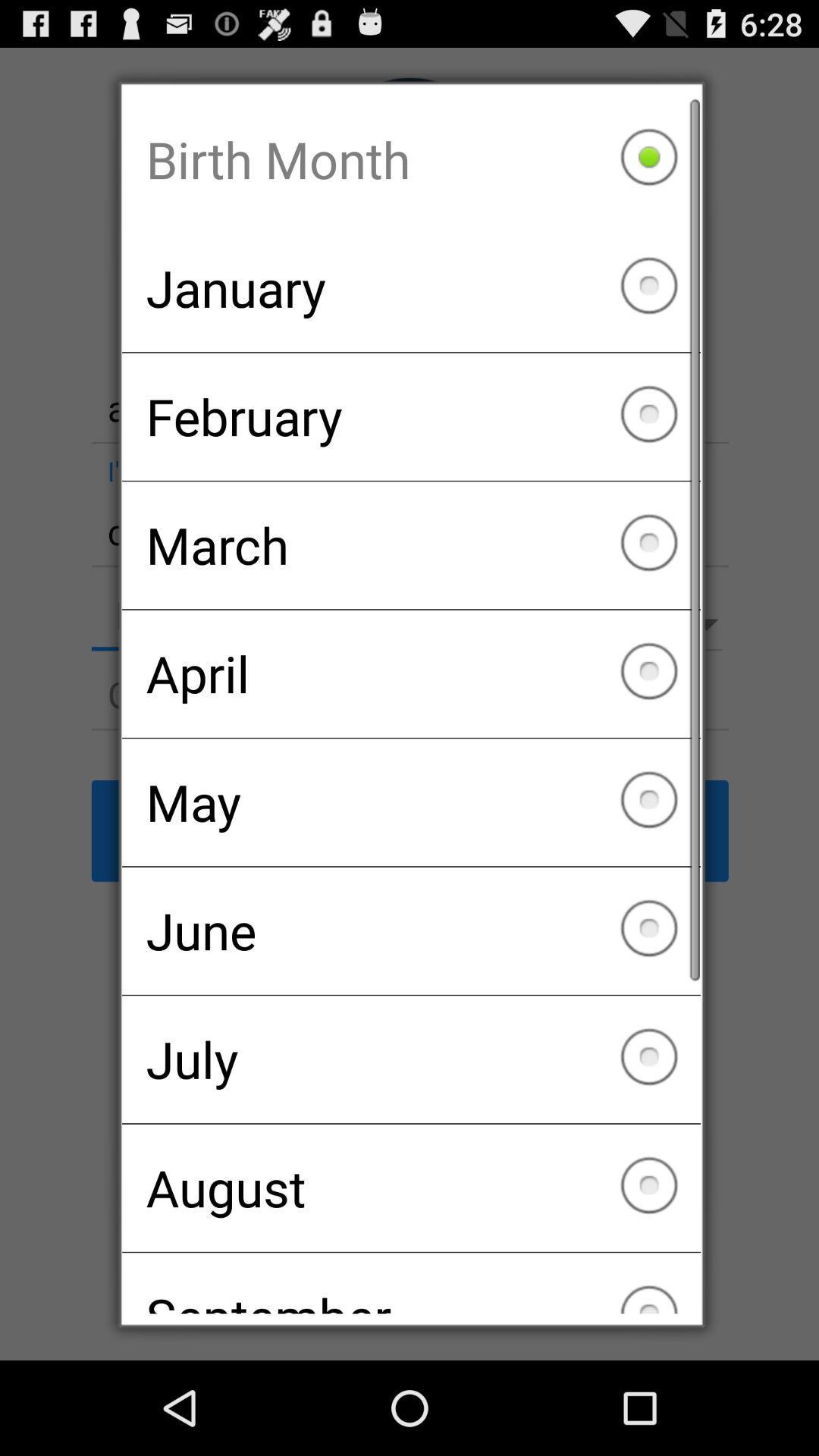  I want to click on august icon, so click(411, 1187).